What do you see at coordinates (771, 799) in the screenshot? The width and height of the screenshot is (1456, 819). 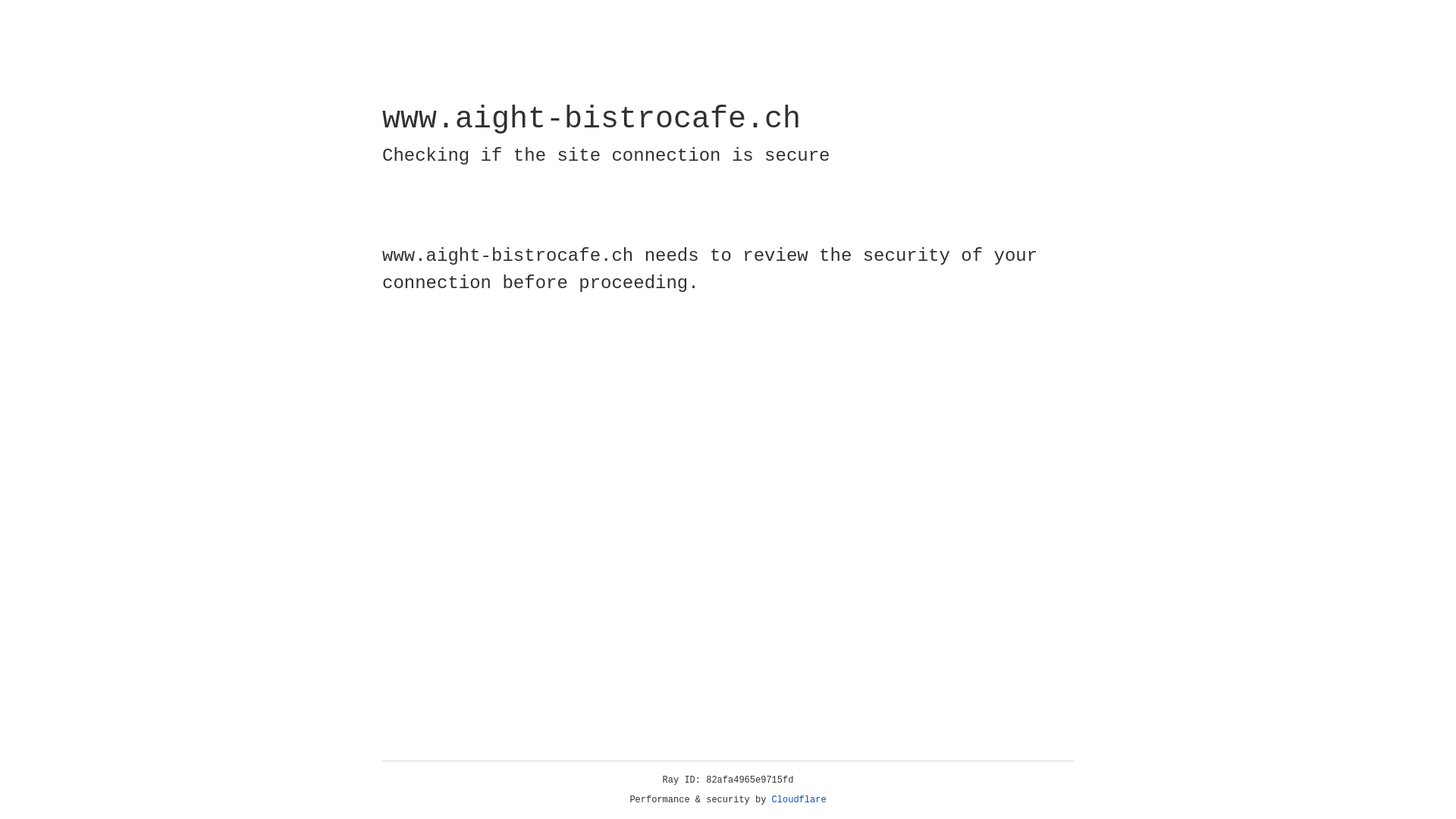 I see `'Cloudflare'` at bounding box center [771, 799].